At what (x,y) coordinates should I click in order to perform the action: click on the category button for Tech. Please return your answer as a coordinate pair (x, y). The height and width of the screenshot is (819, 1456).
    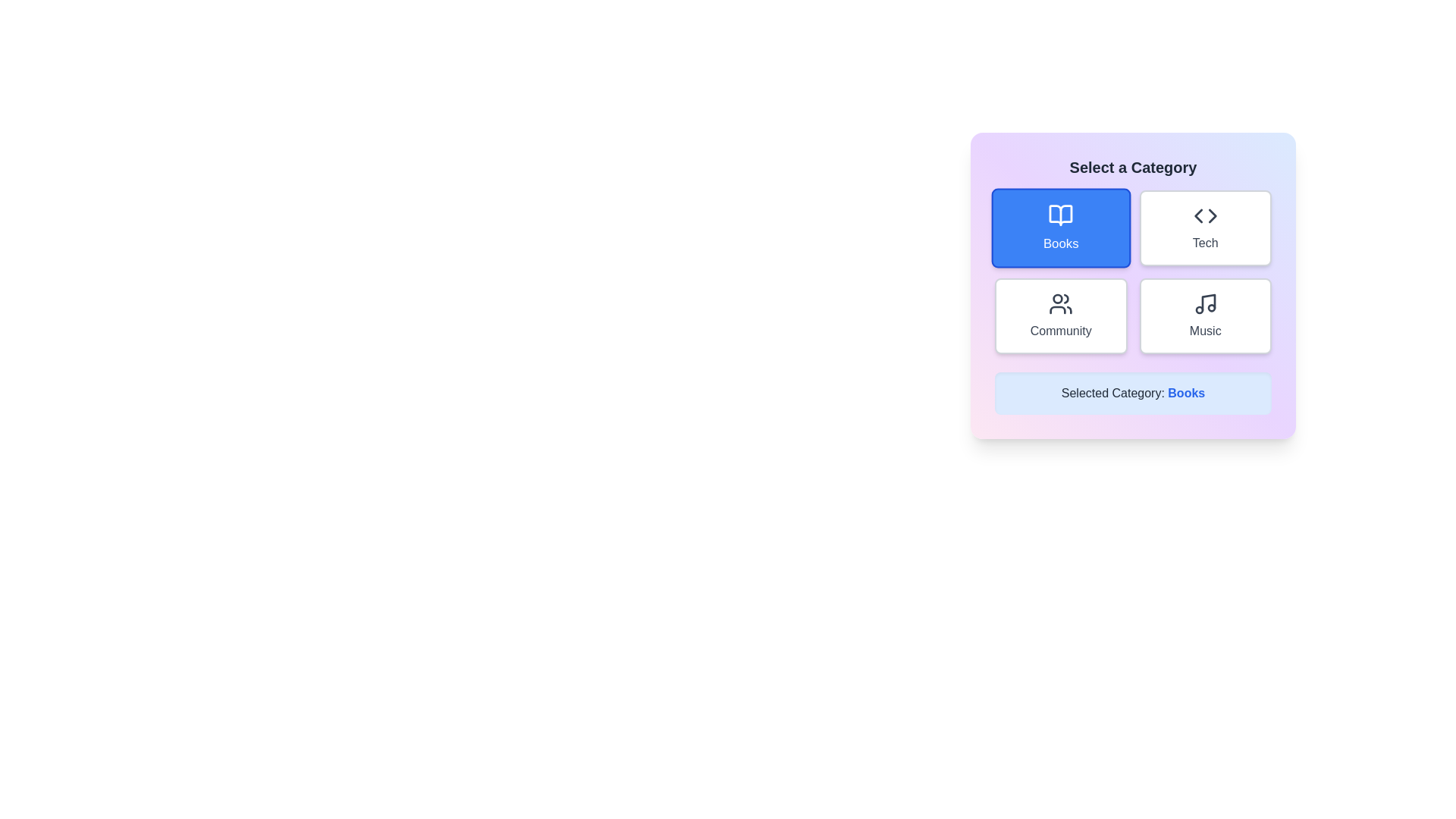
    Looking at the image, I should click on (1204, 227).